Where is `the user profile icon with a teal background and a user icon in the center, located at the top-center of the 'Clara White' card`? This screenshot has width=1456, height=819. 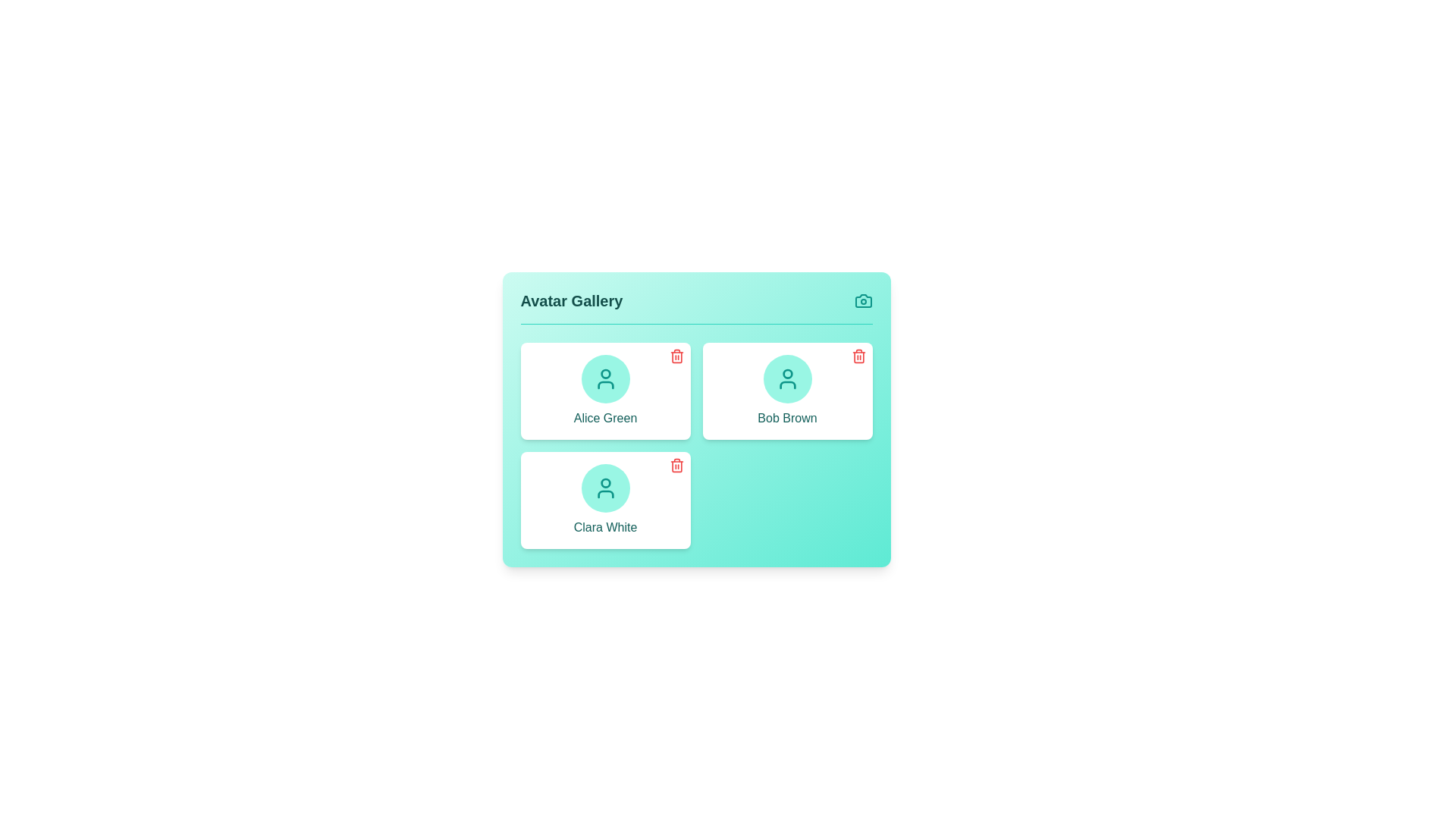 the user profile icon with a teal background and a user icon in the center, located at the top-center of the 'Clara White' card is located at coordinates (604, 488).